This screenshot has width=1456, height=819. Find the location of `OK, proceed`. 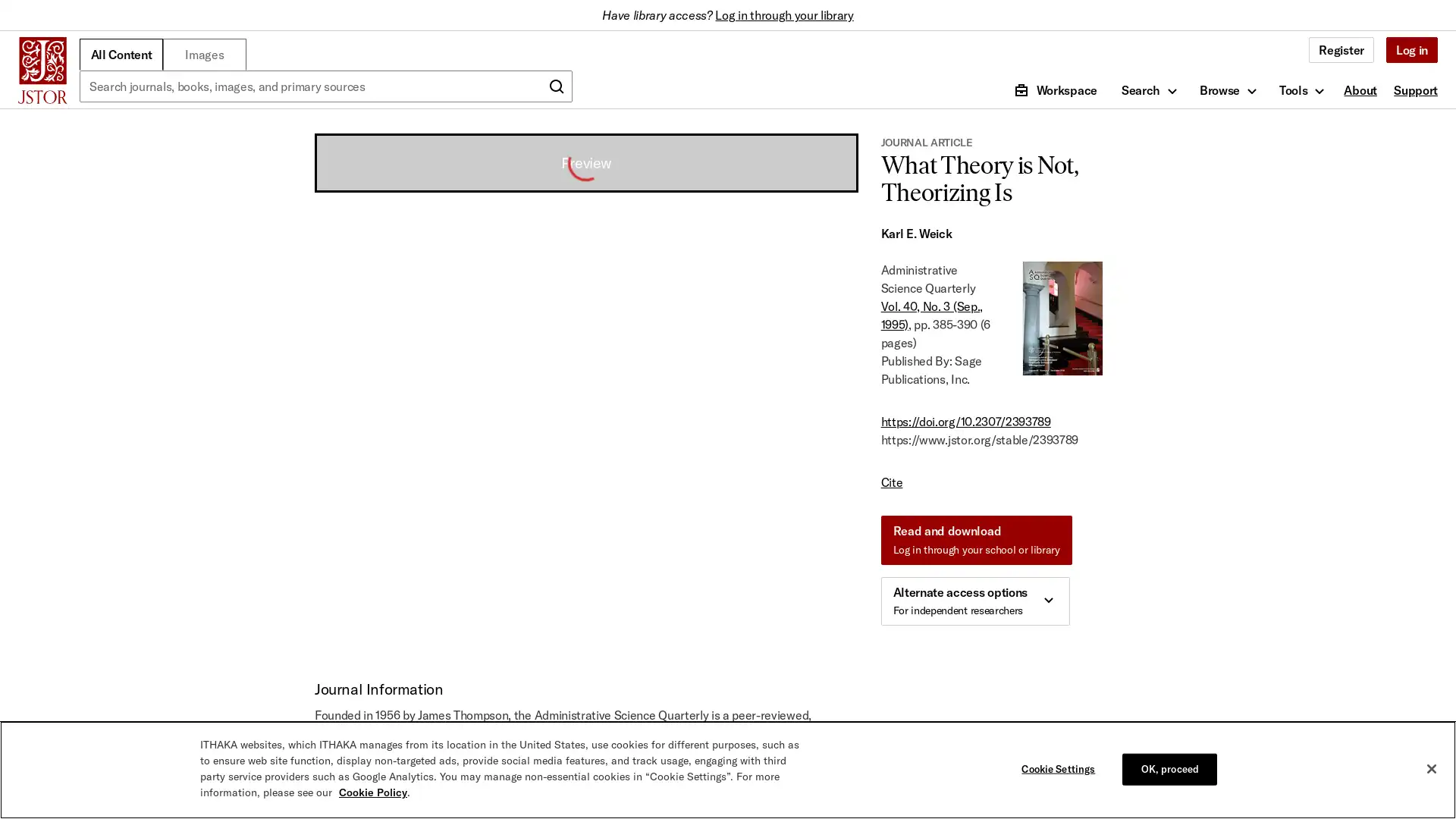

OK, proceed is located at coordinates (1169, 769).